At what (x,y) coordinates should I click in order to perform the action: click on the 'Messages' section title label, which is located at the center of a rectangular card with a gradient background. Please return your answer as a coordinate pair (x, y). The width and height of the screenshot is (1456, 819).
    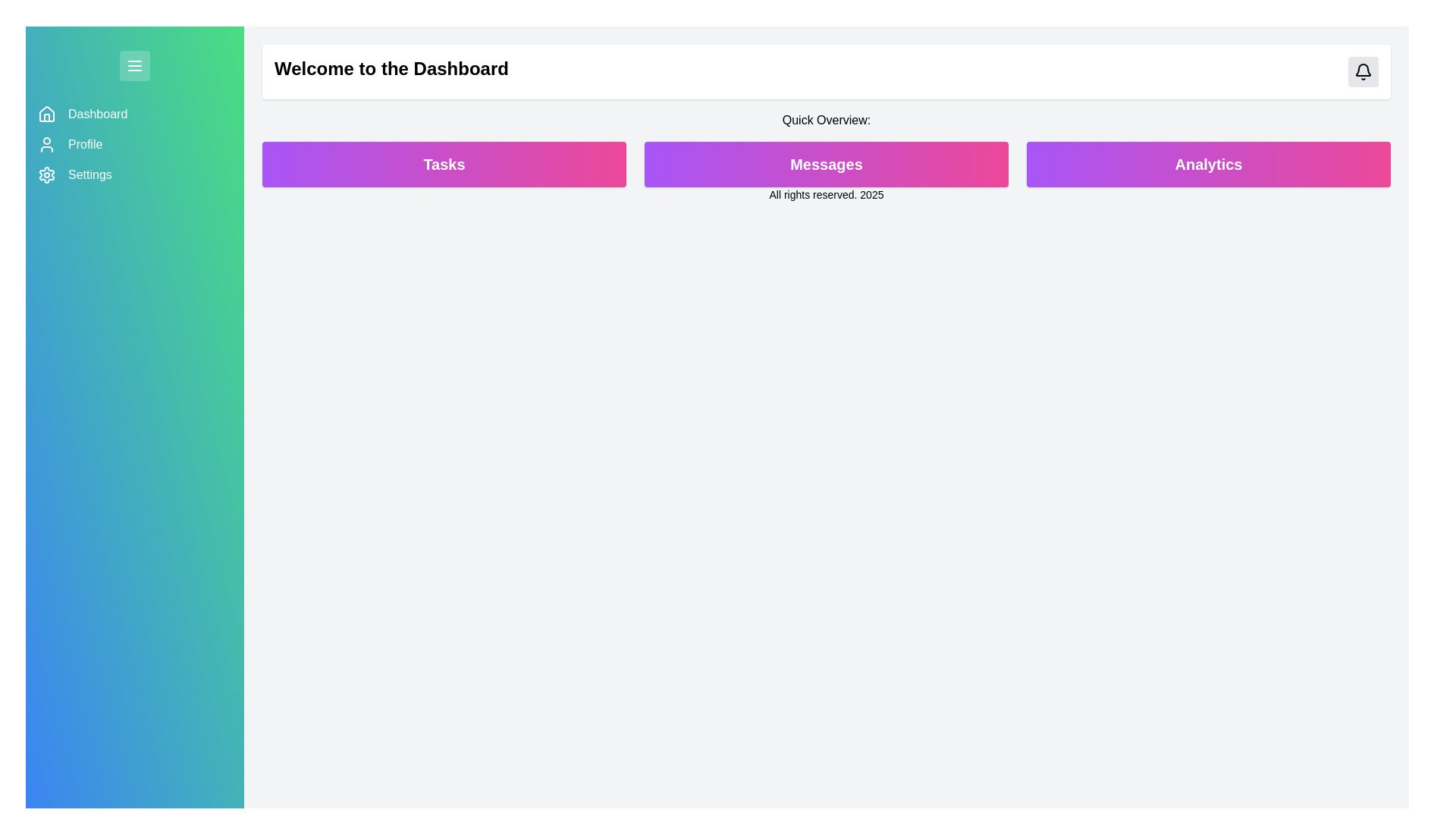
    Looking at the image, I should click on (825, 164).